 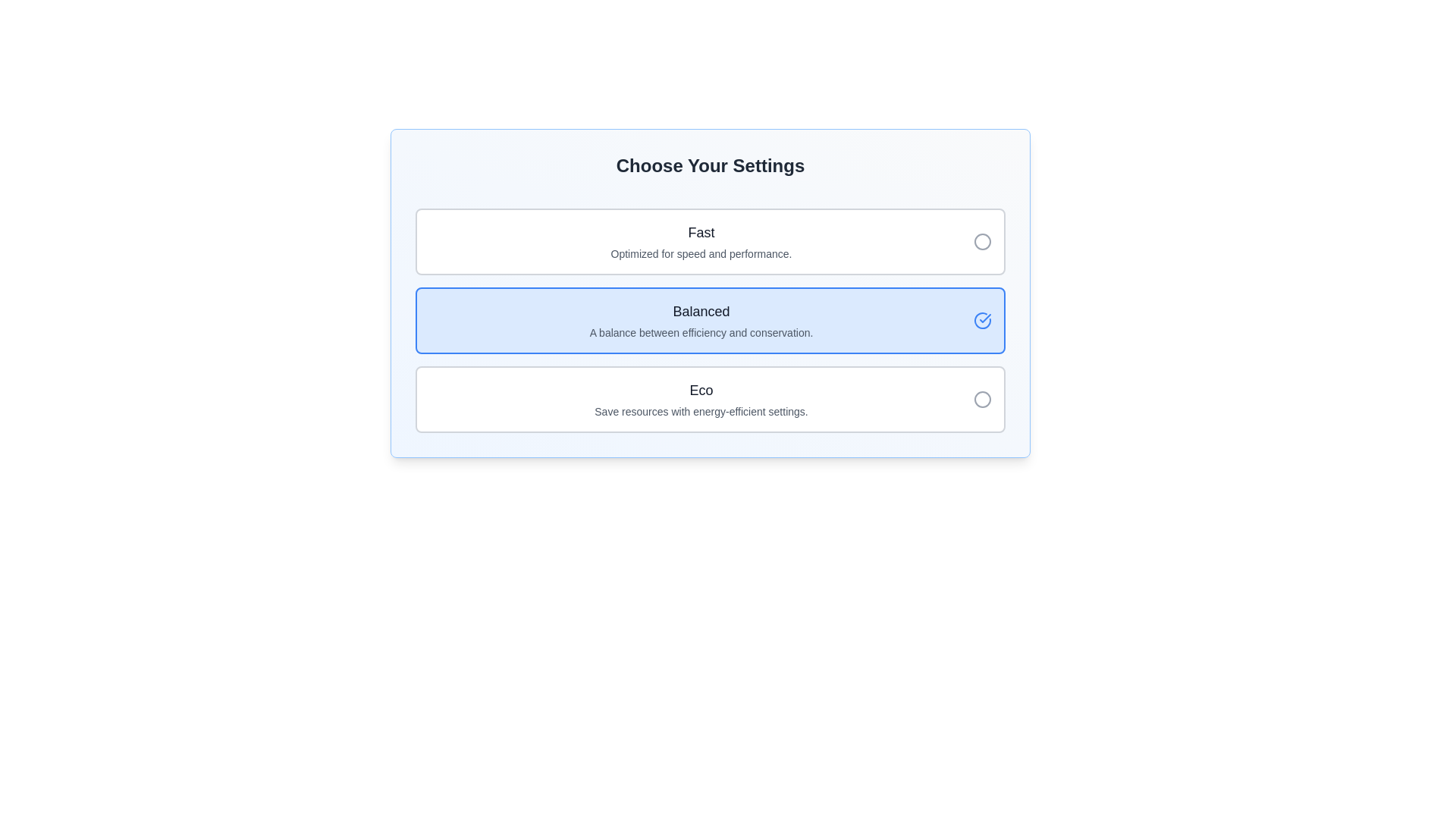 I want to click on the visual indicator that represents the 'Balanced' option currently selected, located to the far right of the 'Balanced' option in the list of three selectable options, so click(x=983, y=320).